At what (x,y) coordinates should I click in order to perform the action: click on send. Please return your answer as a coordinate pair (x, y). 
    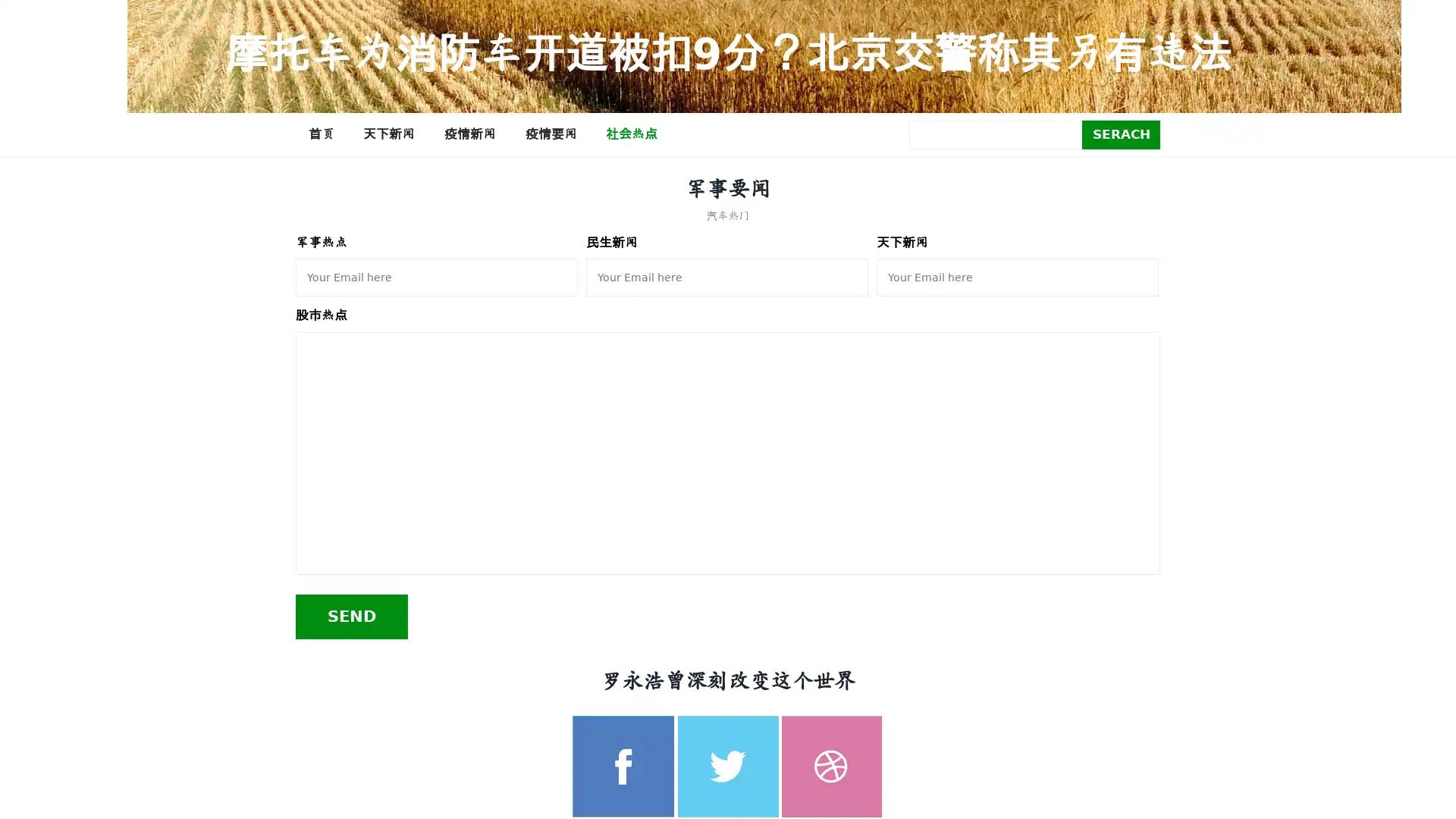
    Looking at the image, I should click on (351, 616).